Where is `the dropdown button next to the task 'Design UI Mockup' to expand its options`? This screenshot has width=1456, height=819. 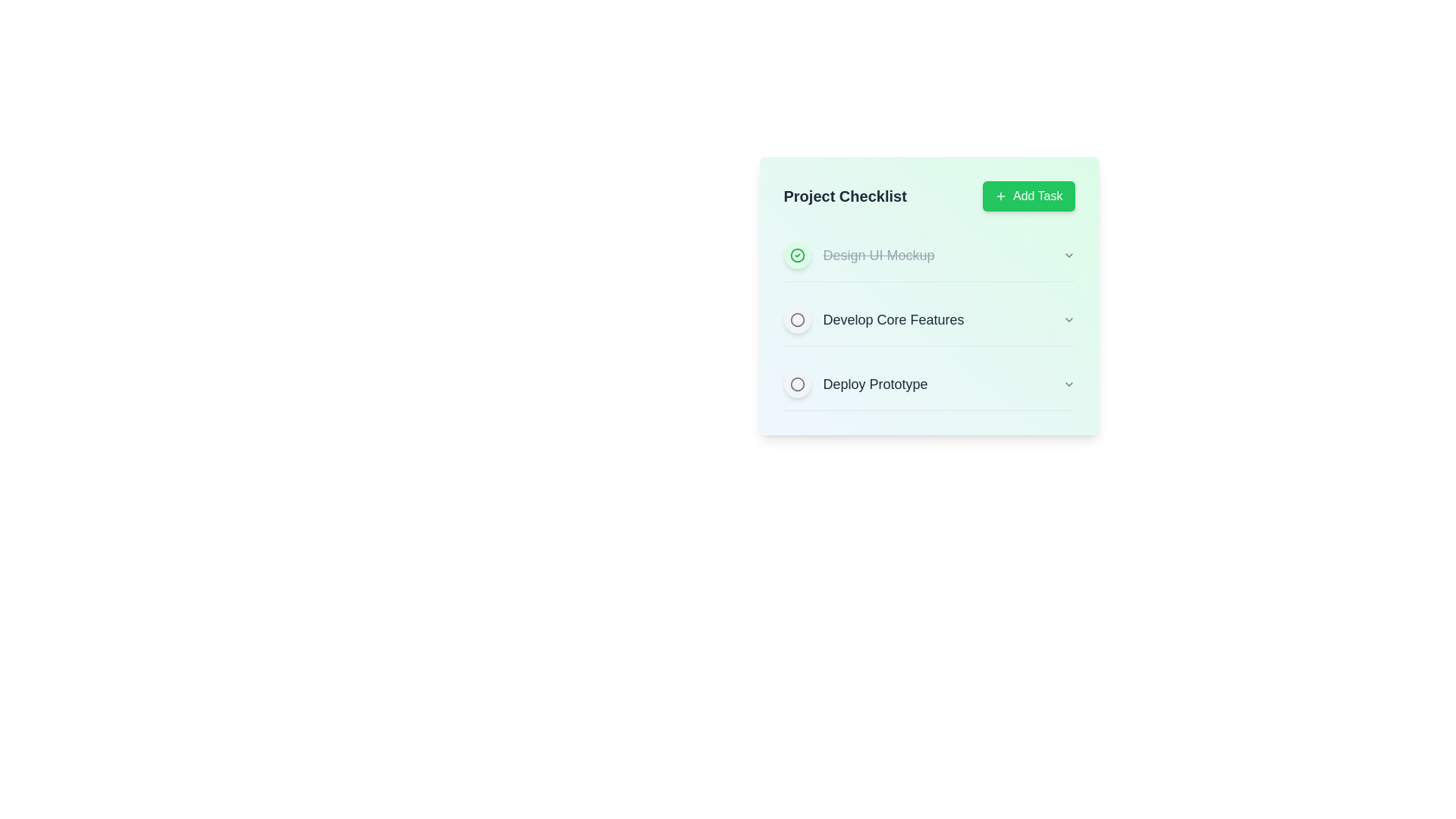
the dropdown button next to the task 'Design UI Mockup' to expand its options is located at coordinates (1068, 254).